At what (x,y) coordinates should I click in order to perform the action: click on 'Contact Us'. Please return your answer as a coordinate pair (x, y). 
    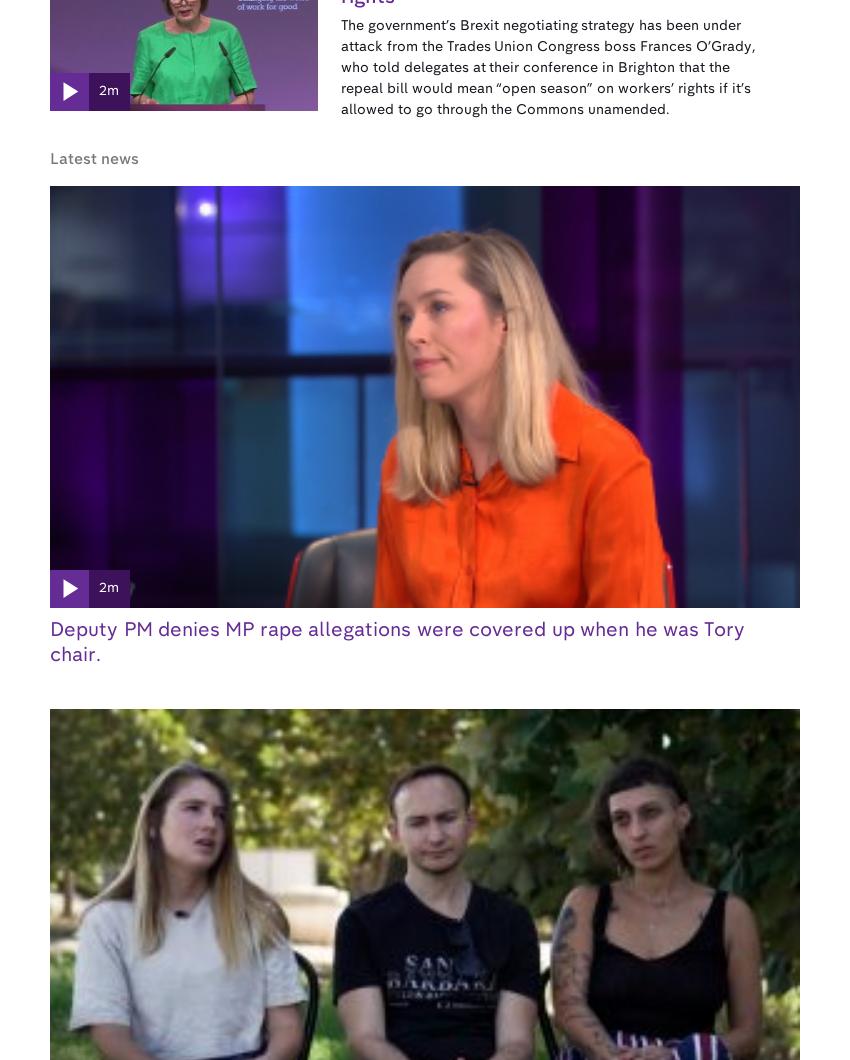
    Looking at the image, I should click on (167, 814).